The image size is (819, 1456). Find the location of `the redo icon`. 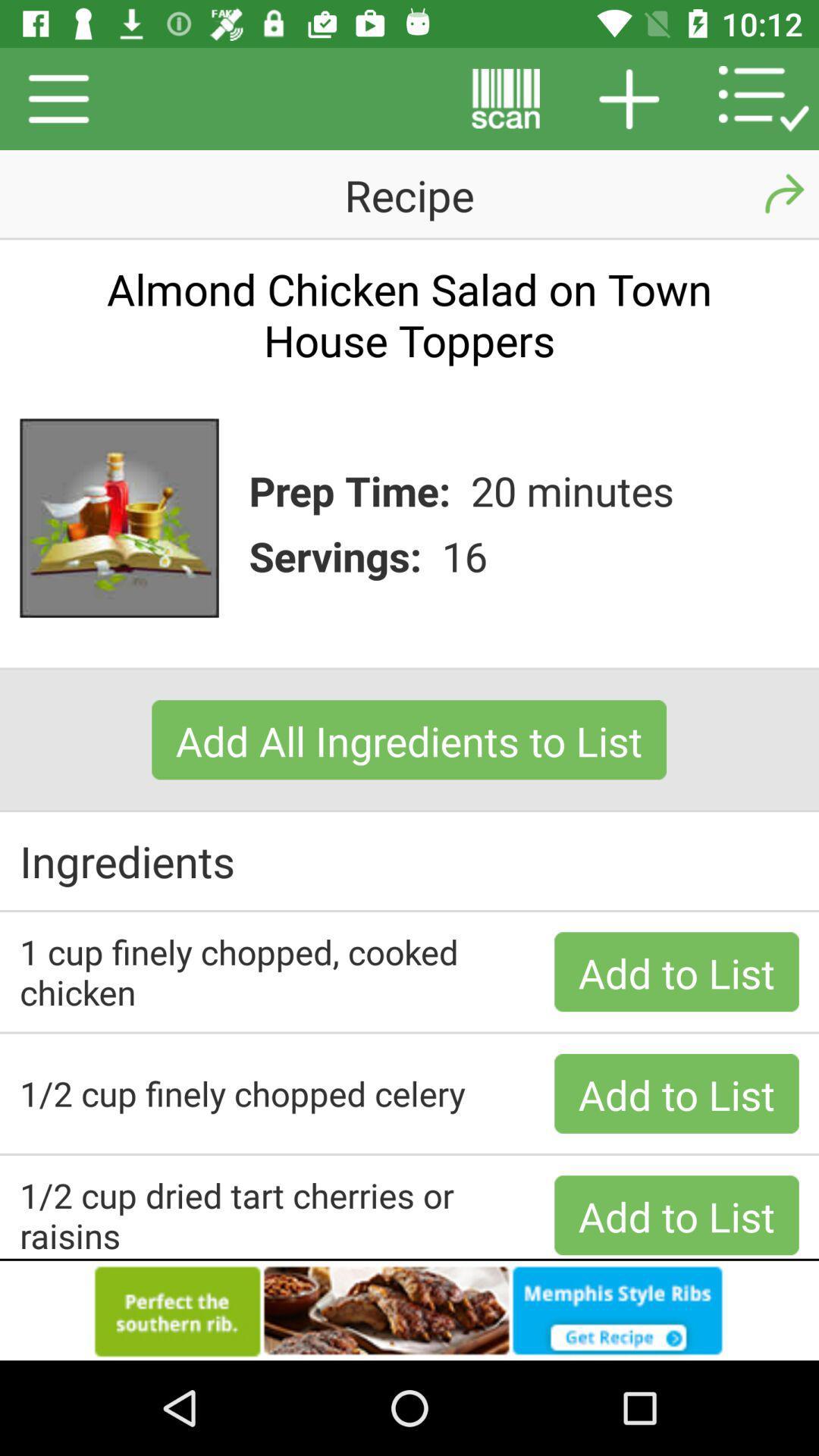

the redo icon is located at coordinates (783, 193).